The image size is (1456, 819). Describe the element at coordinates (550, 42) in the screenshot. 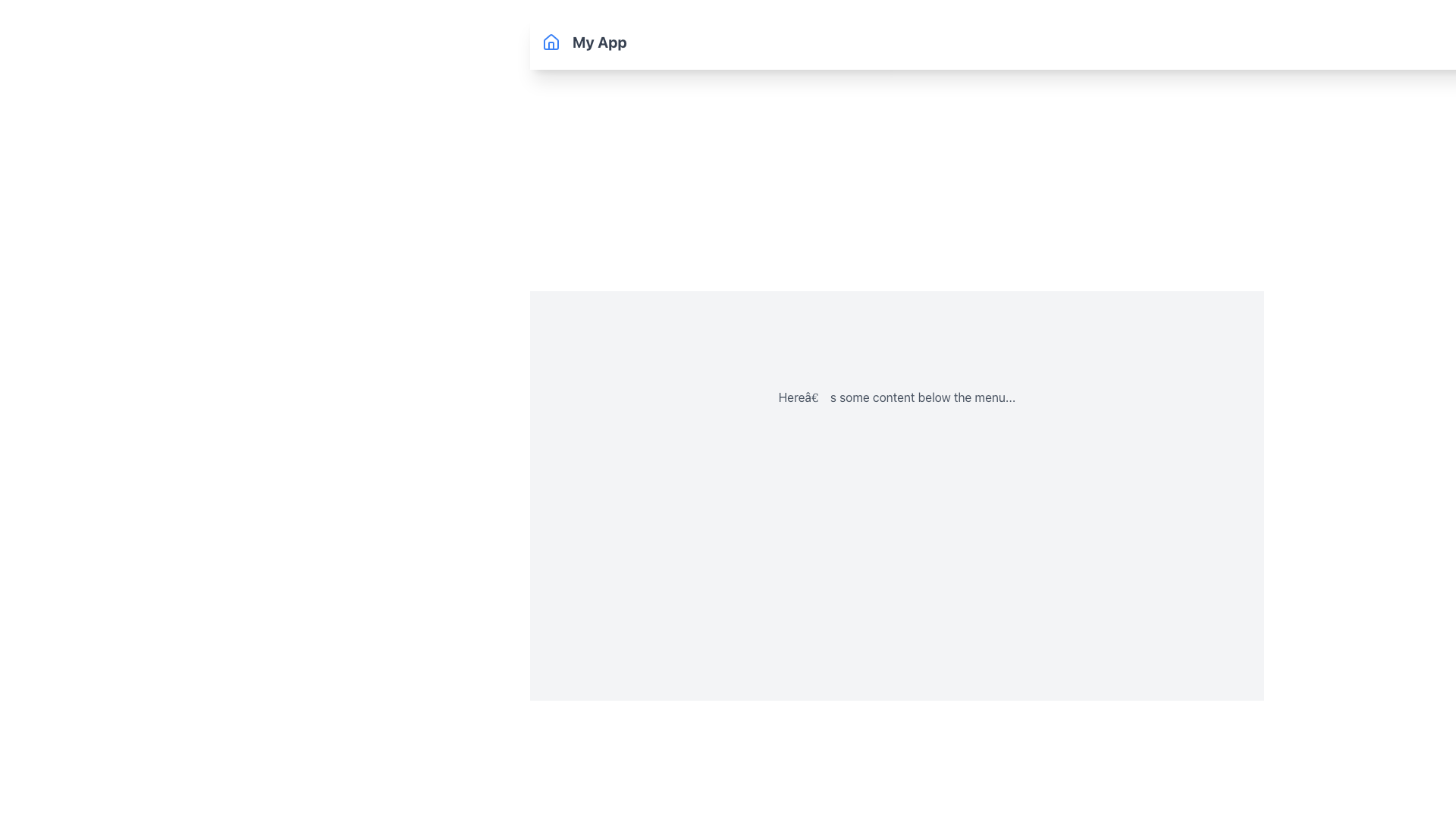

I see `the navigation icon located to the far left of the 'My App' group, which serves to redirect the user to the home page` at that location.